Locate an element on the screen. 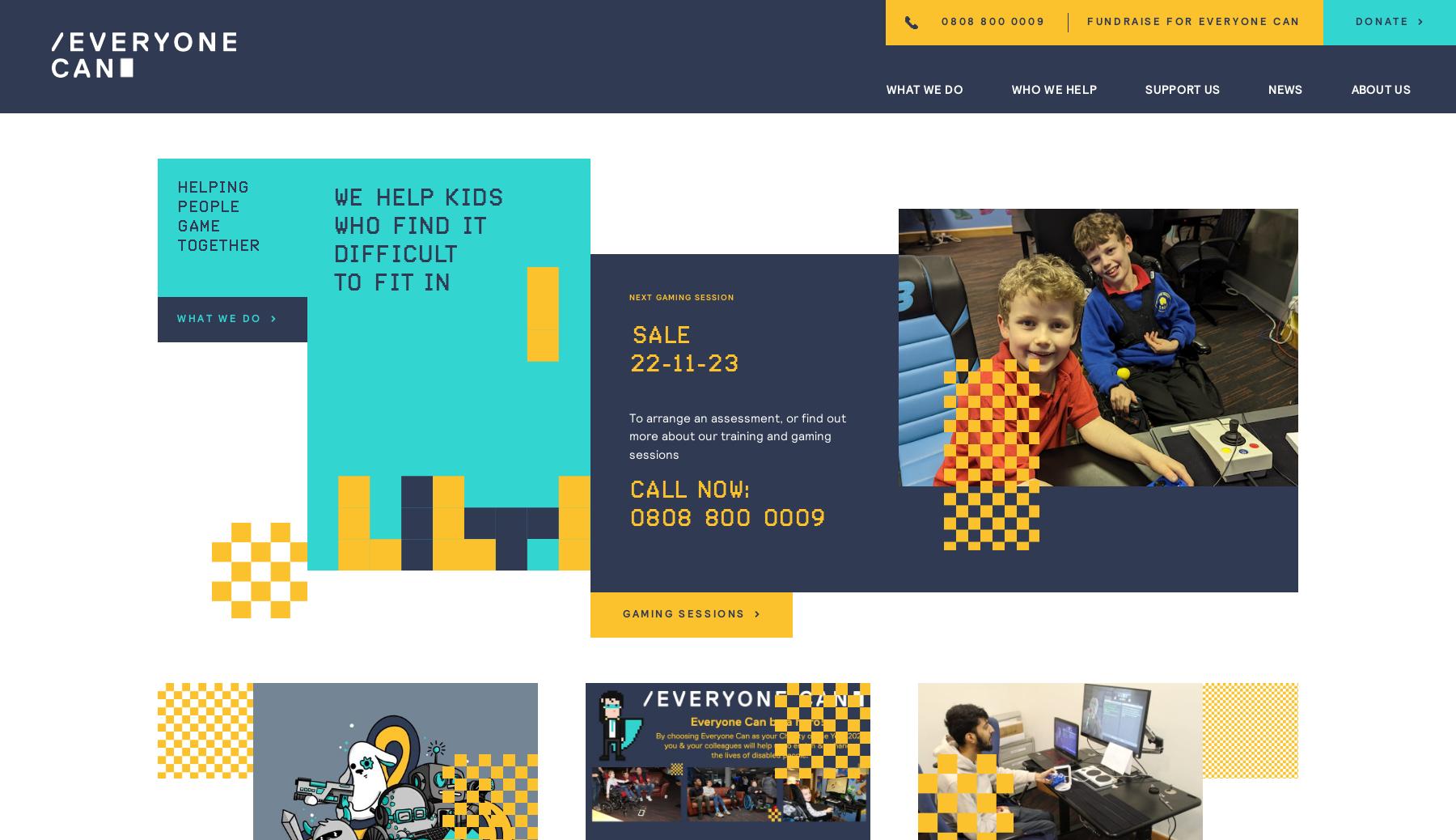 The width and height of the screenshot is (1456, 840). 'We help kids' is located at coordinates (417, 197).